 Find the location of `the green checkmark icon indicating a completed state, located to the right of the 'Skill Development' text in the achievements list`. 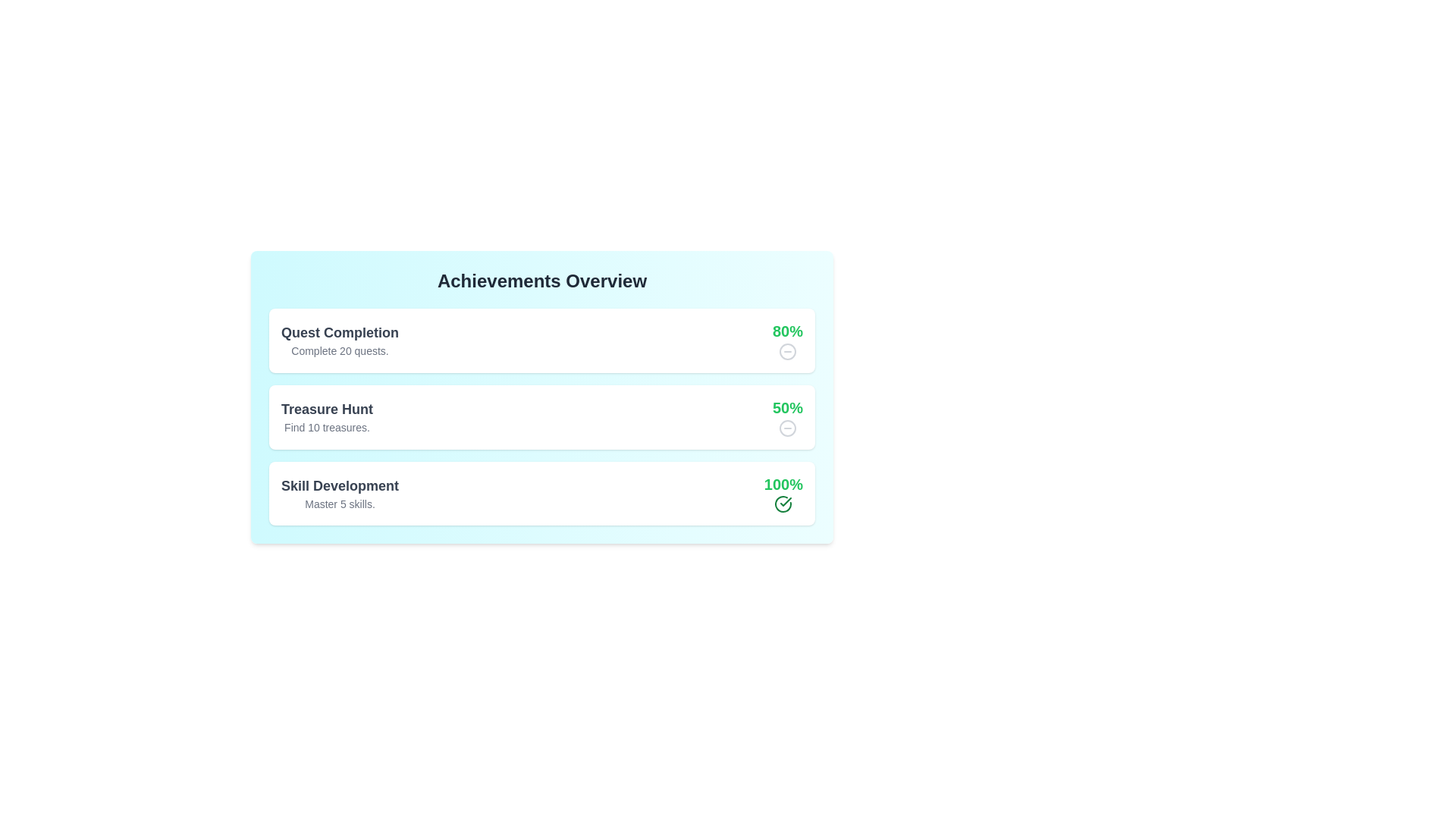

the green checkmark icon indicating a completed state, located to the right of the 'Skill Development' text in the achievements list is located at coordinates (783, 504).